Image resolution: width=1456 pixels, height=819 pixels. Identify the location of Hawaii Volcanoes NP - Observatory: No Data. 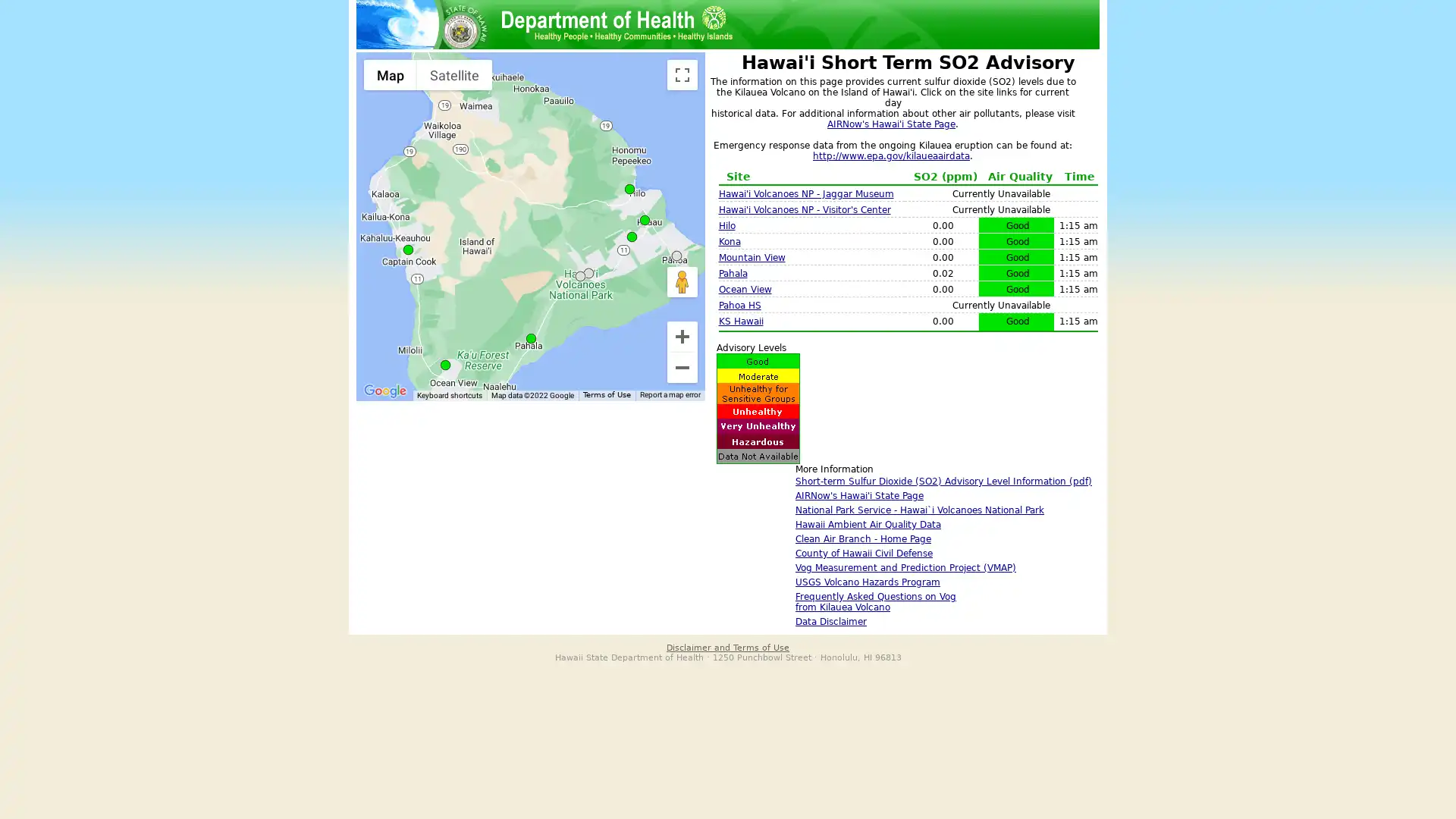
(579, 276).